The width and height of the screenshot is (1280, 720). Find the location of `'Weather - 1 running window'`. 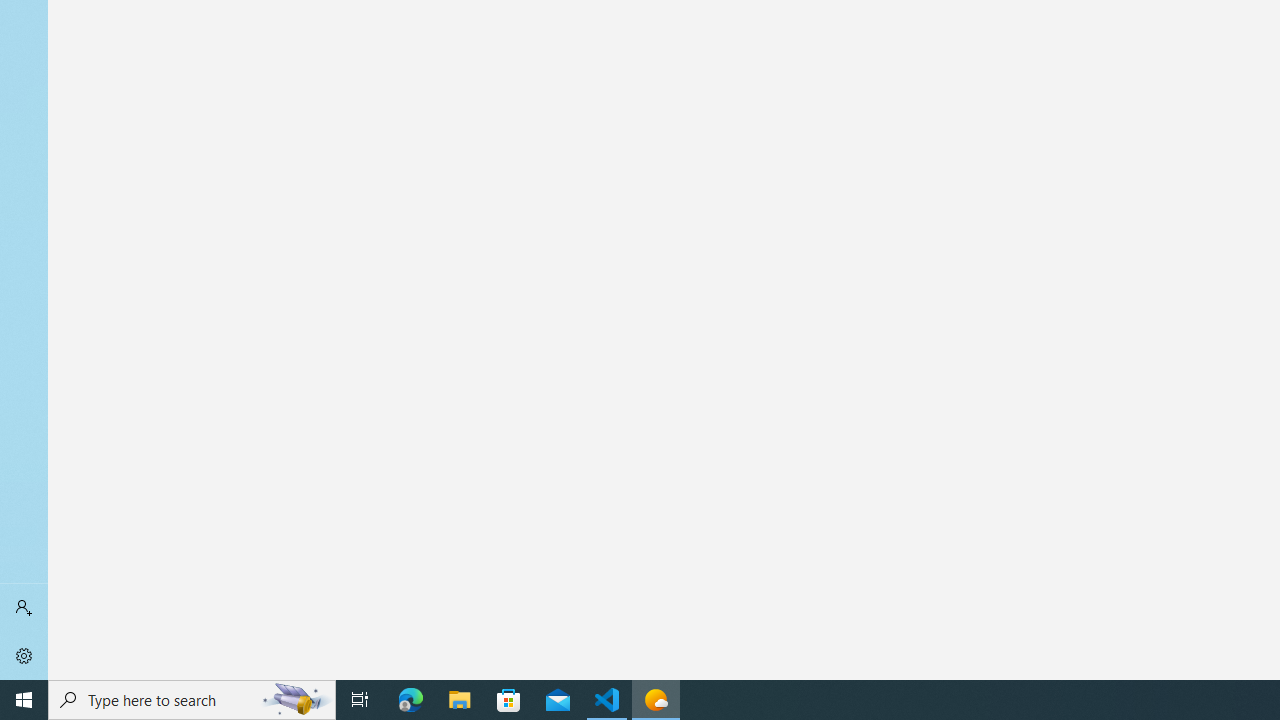

'Weather - 1 running window' is located at coordinates (656, 698).